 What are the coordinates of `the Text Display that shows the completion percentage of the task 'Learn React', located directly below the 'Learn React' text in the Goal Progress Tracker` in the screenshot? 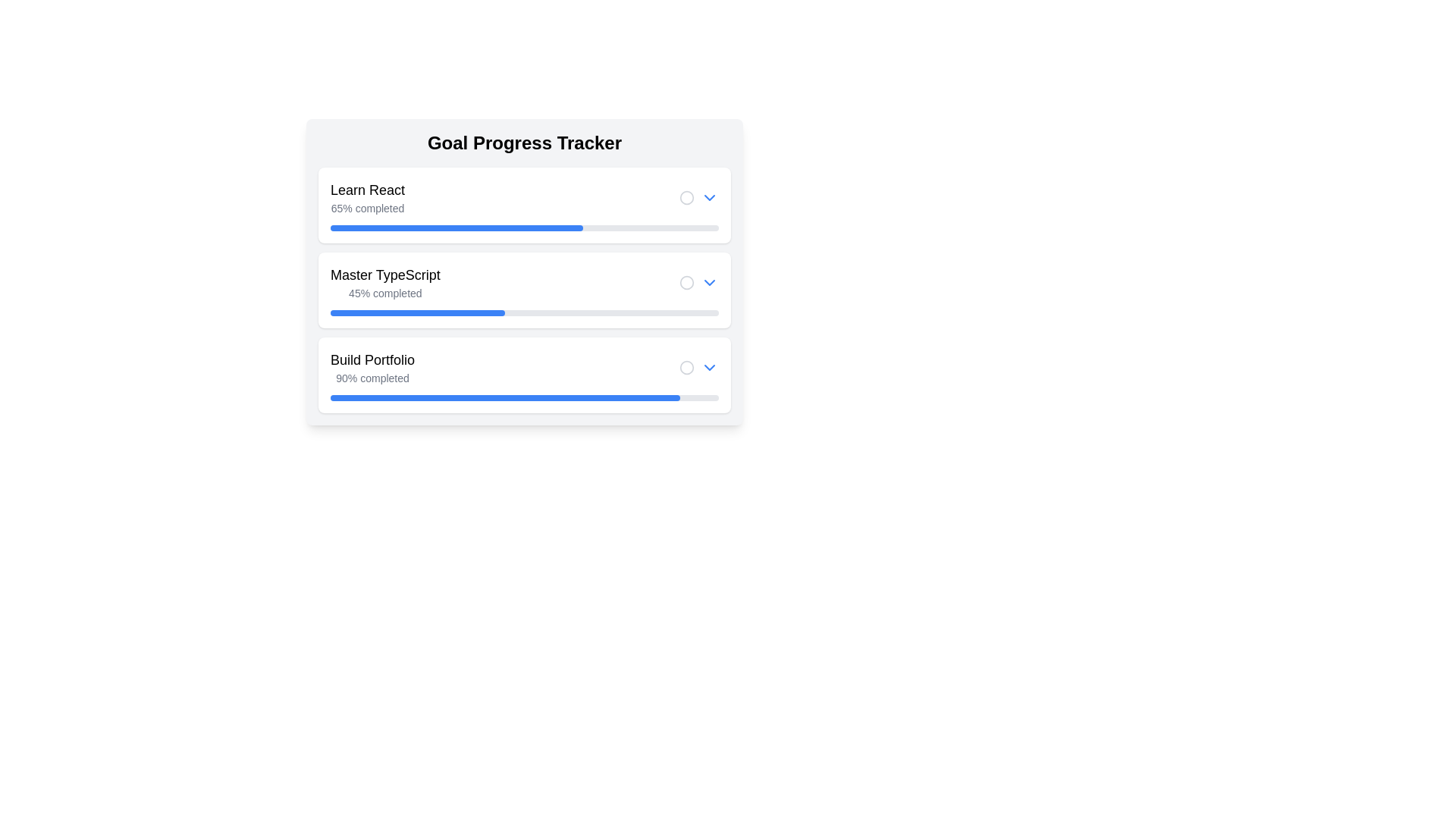 It's located at (367, 208).